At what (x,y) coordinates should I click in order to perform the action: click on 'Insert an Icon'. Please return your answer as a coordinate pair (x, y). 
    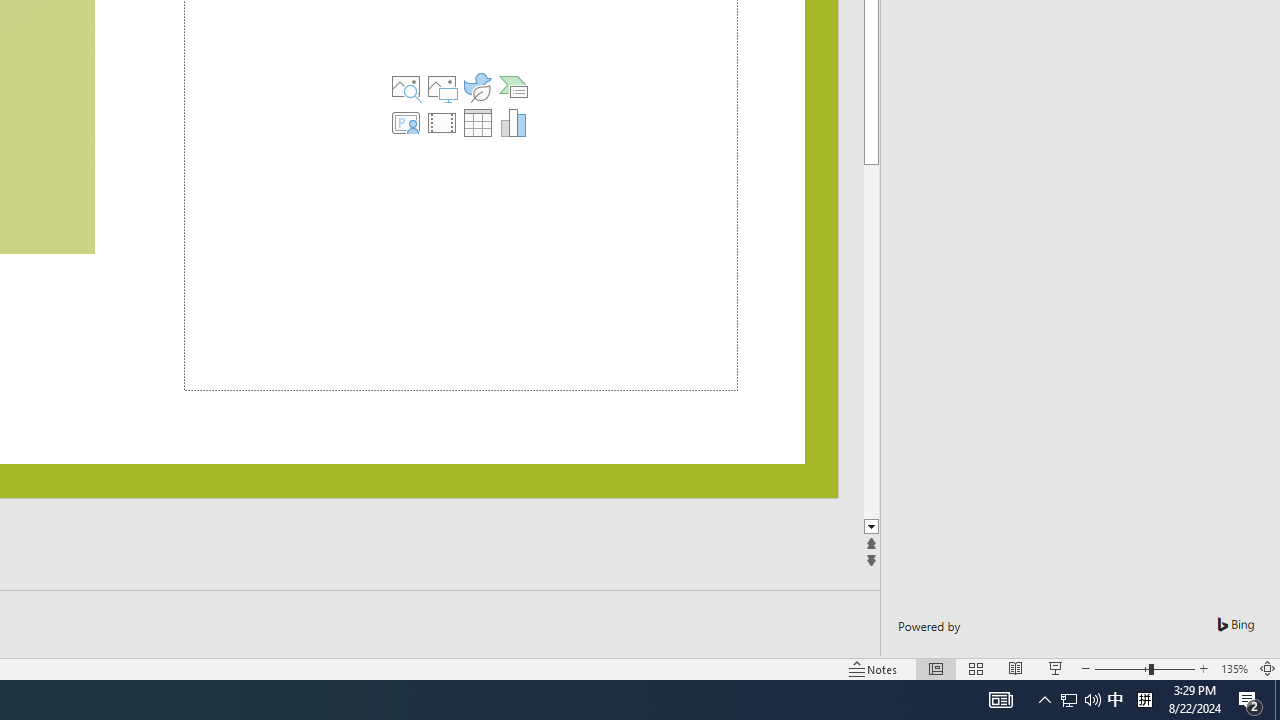
    Looking at the image, I should click on (477, 86).